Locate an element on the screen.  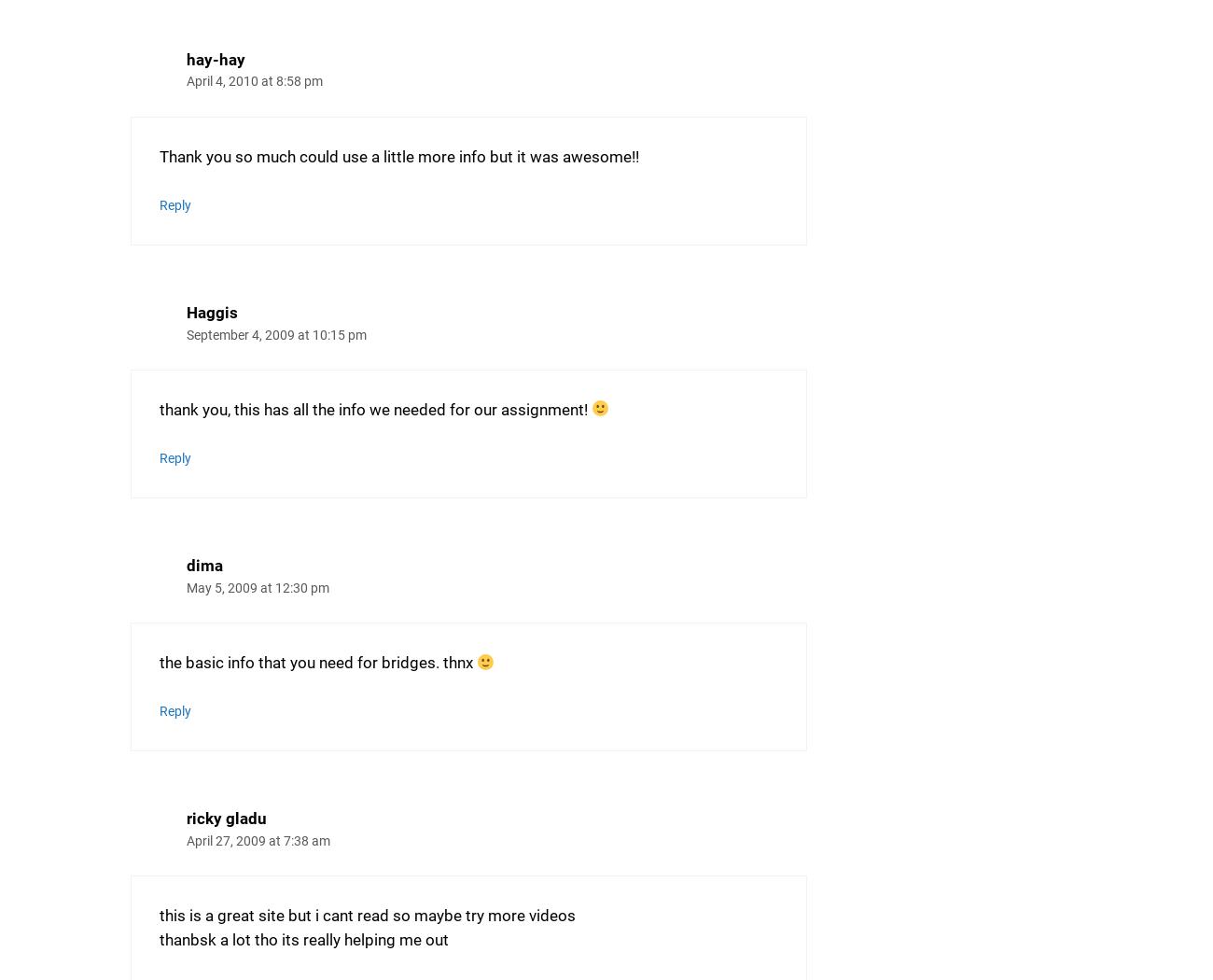
'April 4, 2010 at 8:58 pm' is located at coordinates (186, 81).